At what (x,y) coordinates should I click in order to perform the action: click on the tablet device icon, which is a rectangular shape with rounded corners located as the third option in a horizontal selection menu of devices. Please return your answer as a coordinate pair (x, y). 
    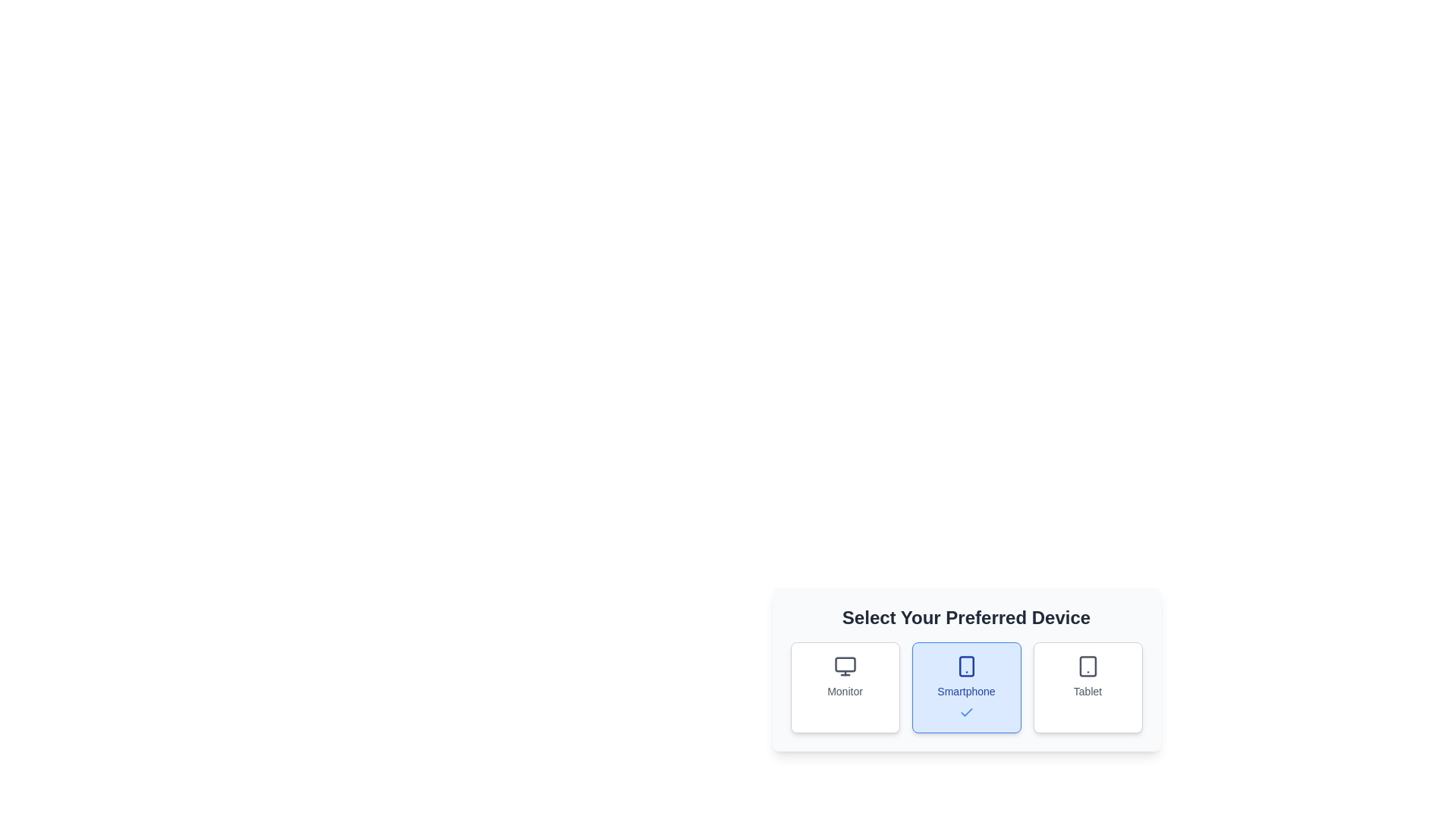
    Looking at the image, I should click on (1087, 666).